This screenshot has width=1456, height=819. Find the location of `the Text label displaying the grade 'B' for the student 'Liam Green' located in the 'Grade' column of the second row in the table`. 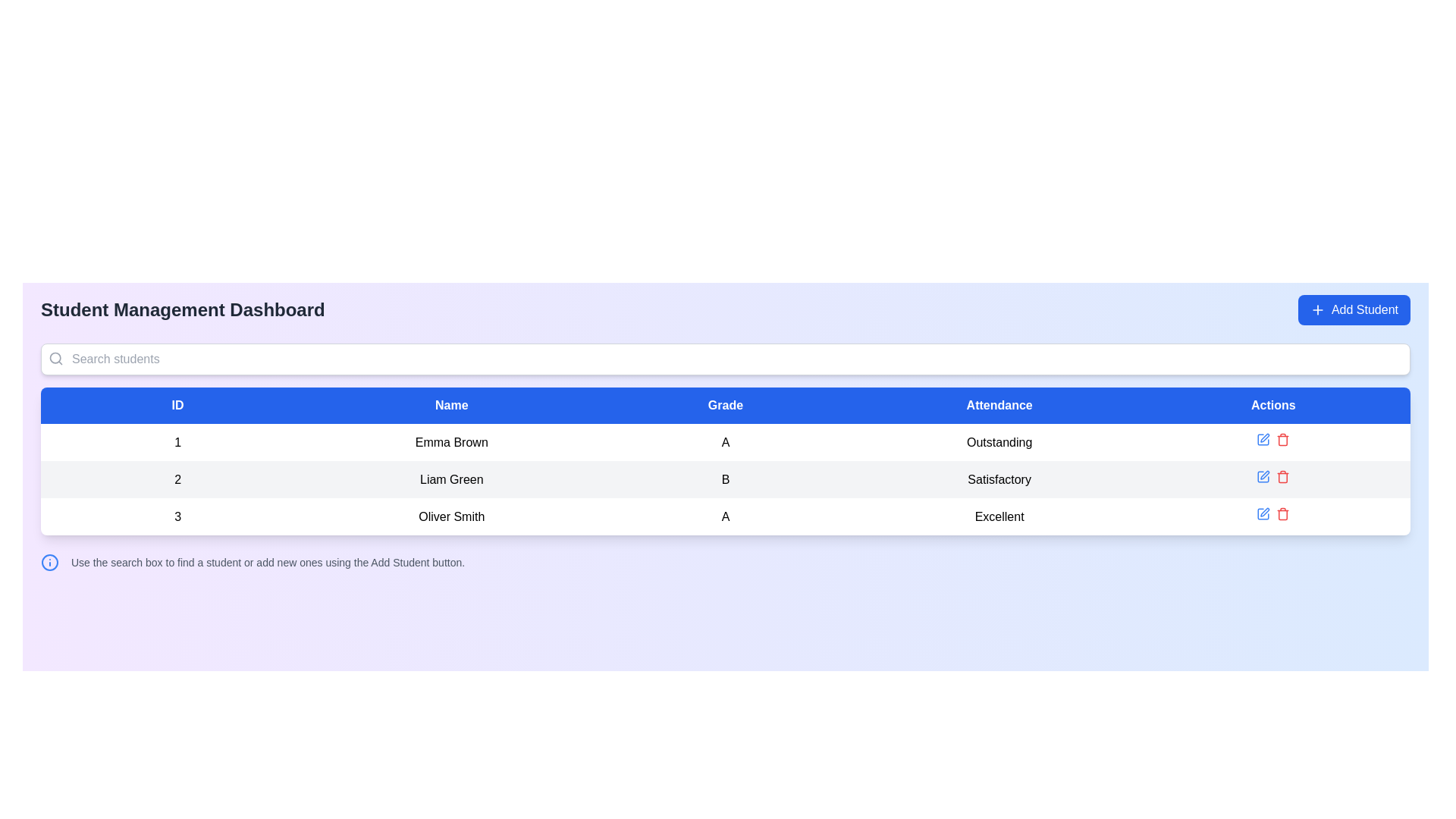

the Text label displaying the grade 'B' for the student 'Liam Green' located in the 'Grade' column of the second row in the table is located at coordinates (724, 479).